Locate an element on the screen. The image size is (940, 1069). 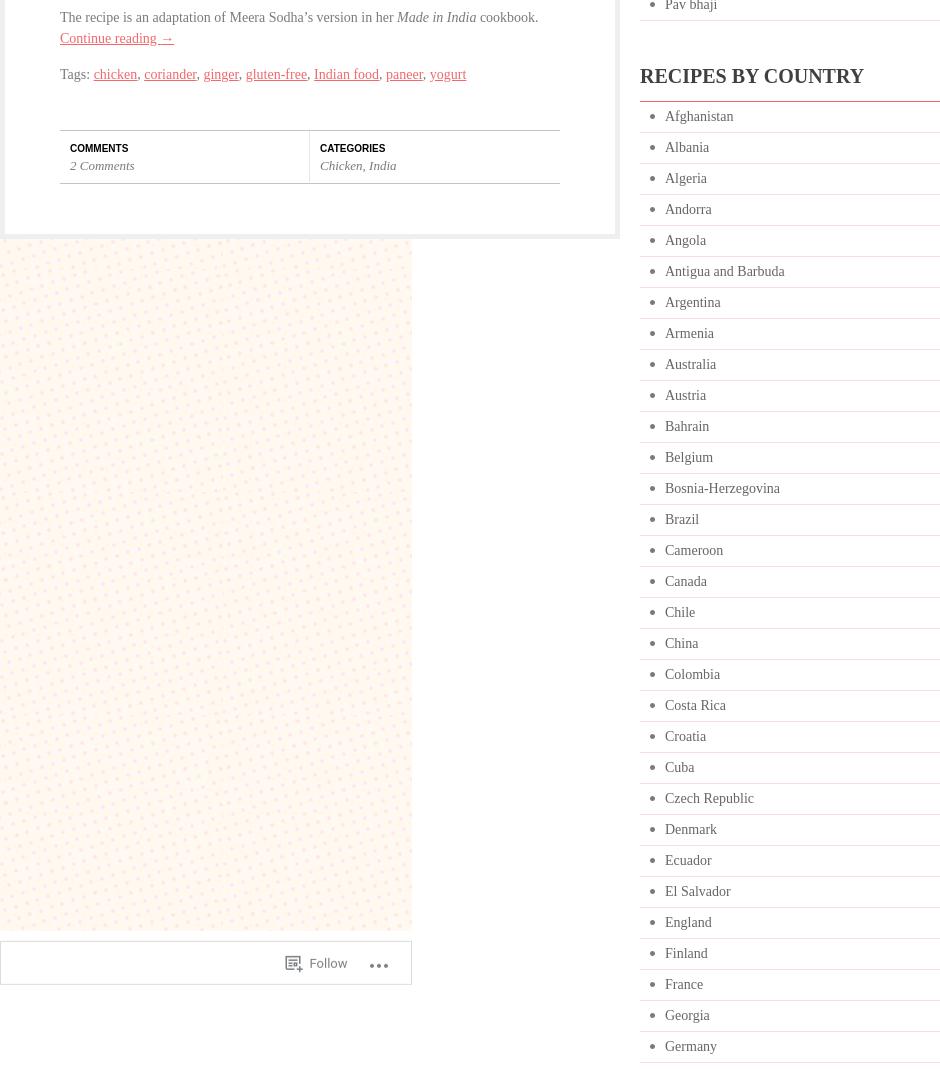
'Bosnia-Herzegovina' is located at coordinates (664, 487).